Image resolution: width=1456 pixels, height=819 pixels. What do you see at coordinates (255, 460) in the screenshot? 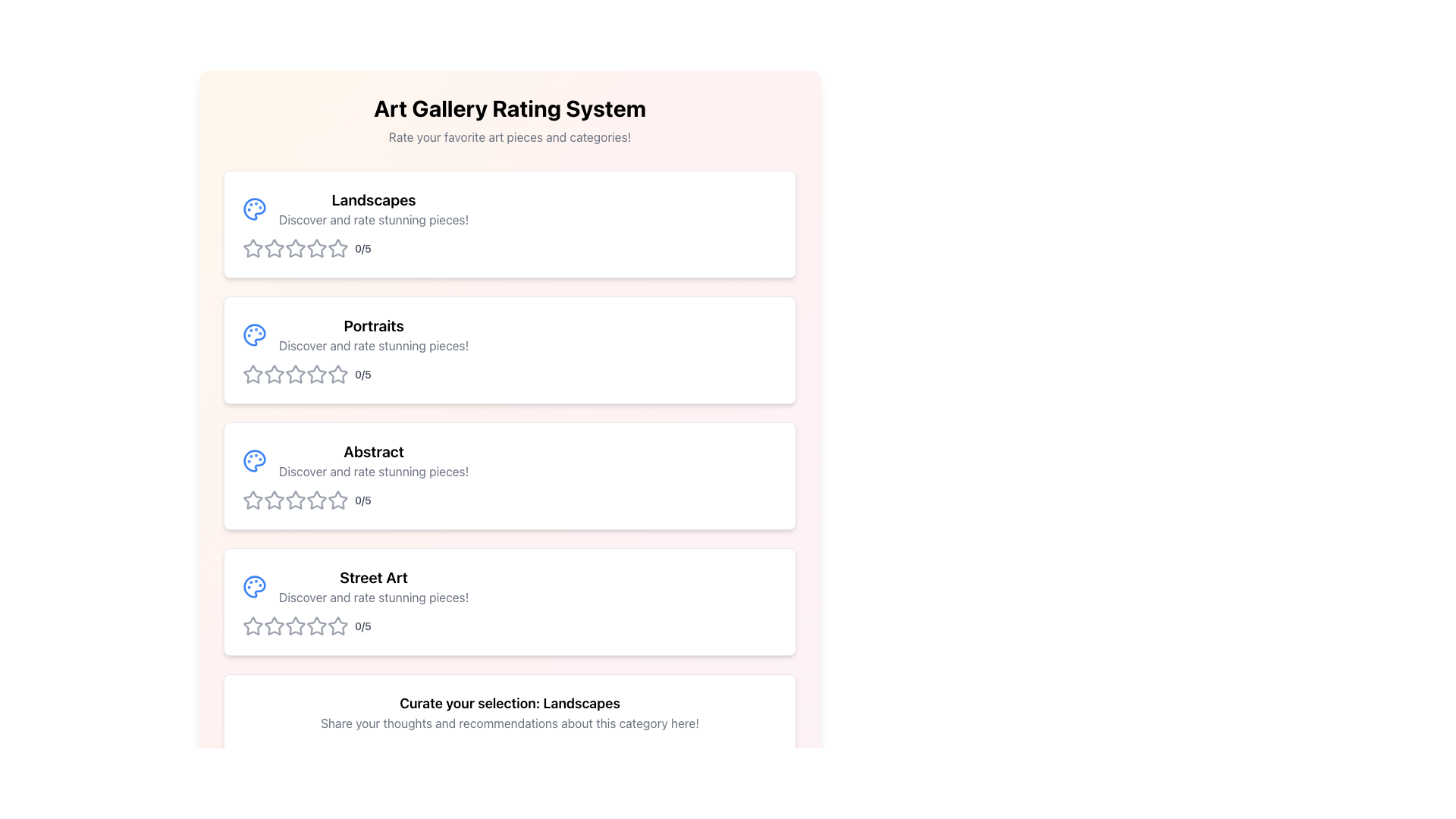
I see `the blue rounded shape vector graphic representing a paint palette located in the 'Abstract' section of the third category card from the top` at bounding box center [255, 460].